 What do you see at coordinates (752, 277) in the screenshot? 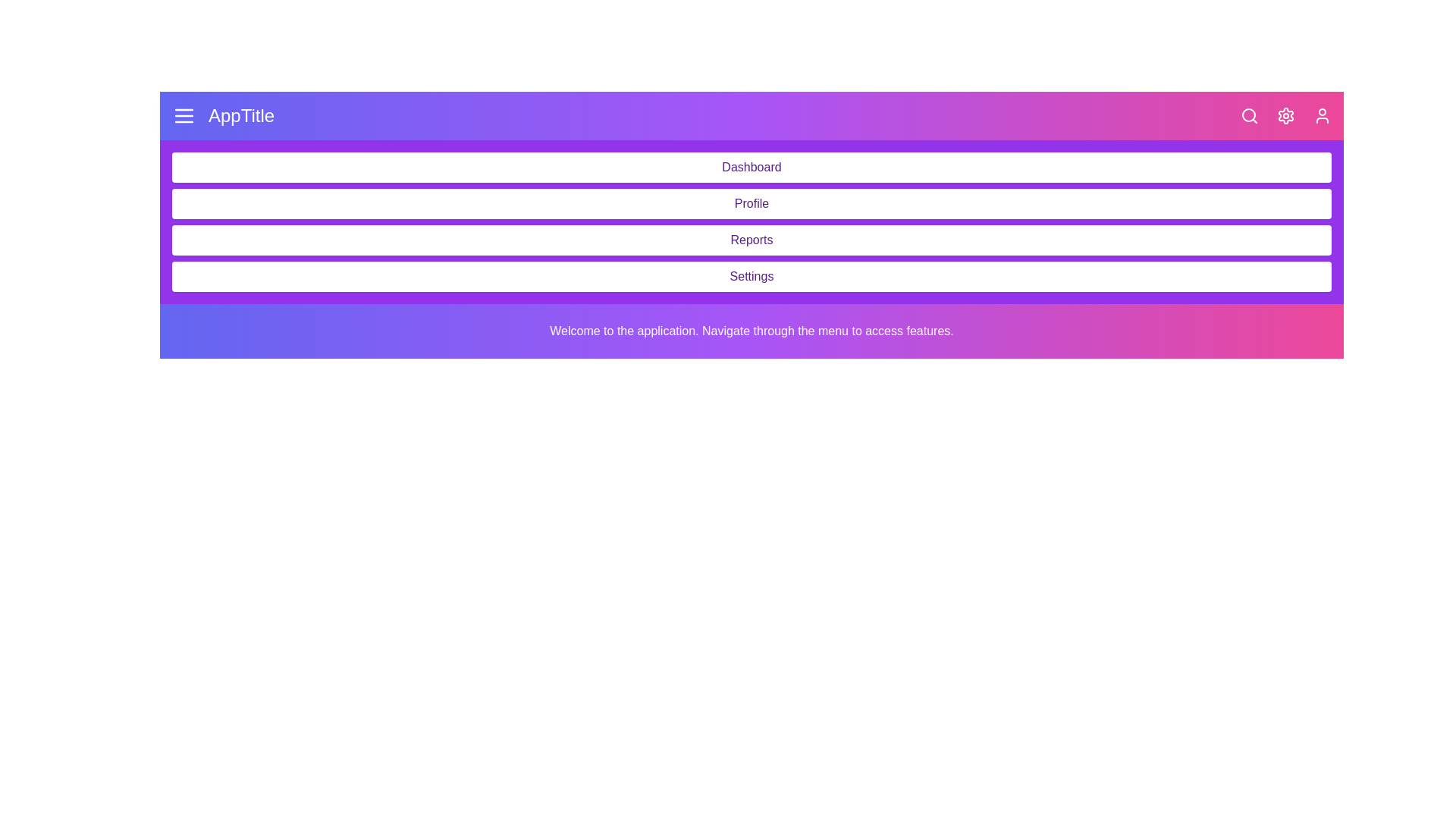
I see `the menu item 'Settings' from the navigation menu` at bounding box center [752, 277].